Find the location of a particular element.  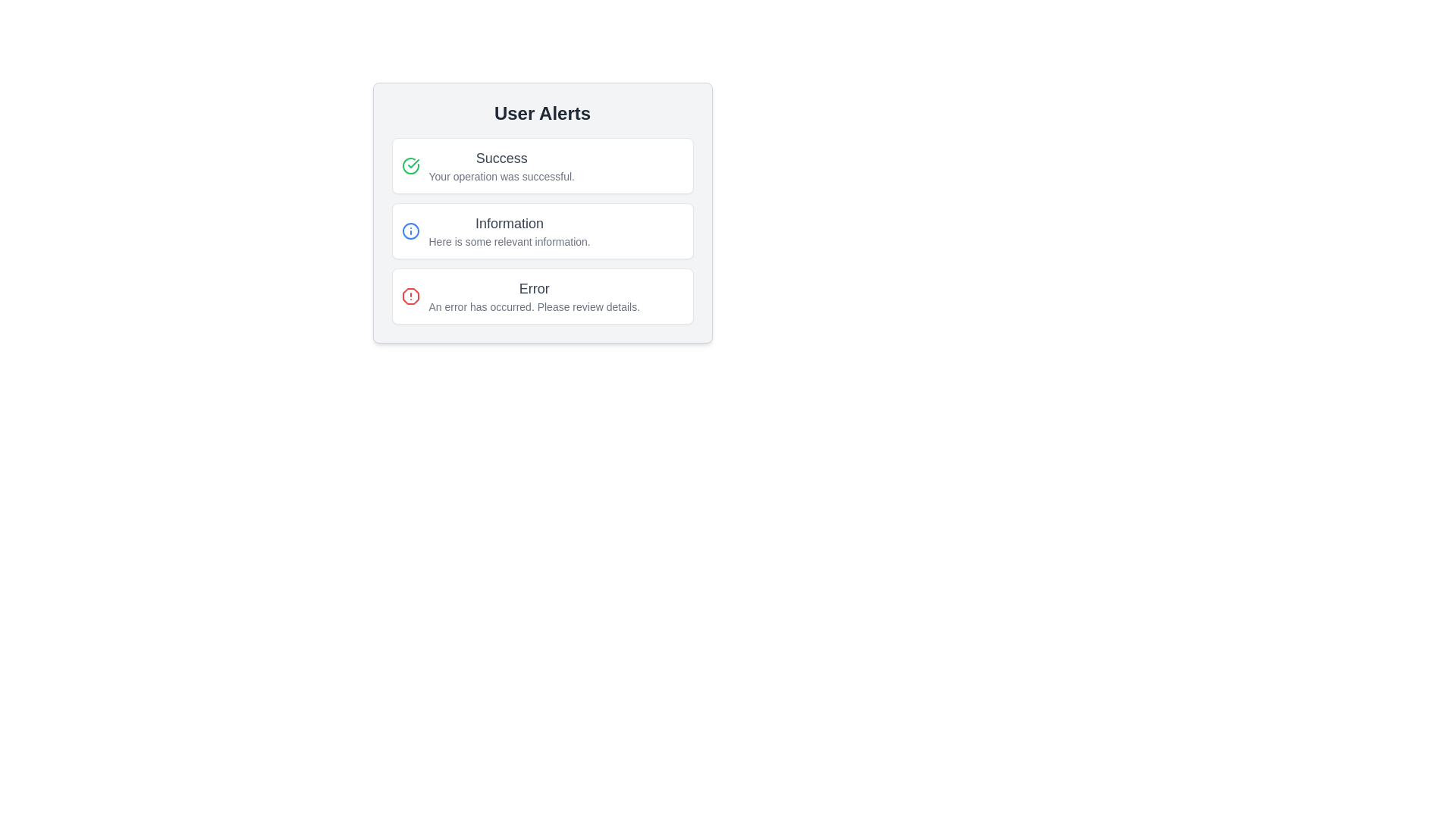

the icon located on the left side of the 'Error' alert panel is located at coordinates (410, 296).